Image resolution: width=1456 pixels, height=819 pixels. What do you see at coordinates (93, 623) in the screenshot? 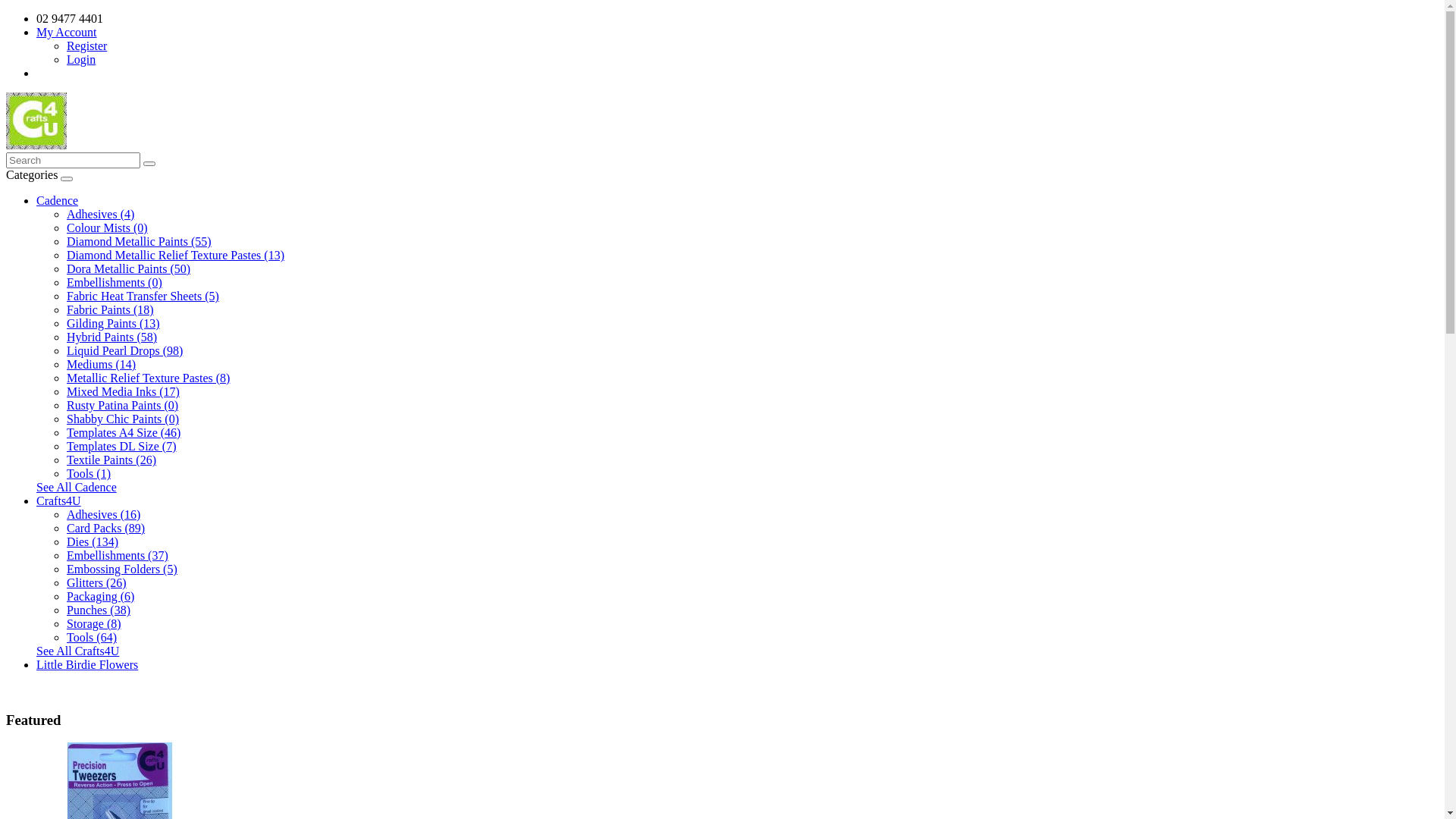
I see `'Storage (8)'` at bounding box center [93, 623].